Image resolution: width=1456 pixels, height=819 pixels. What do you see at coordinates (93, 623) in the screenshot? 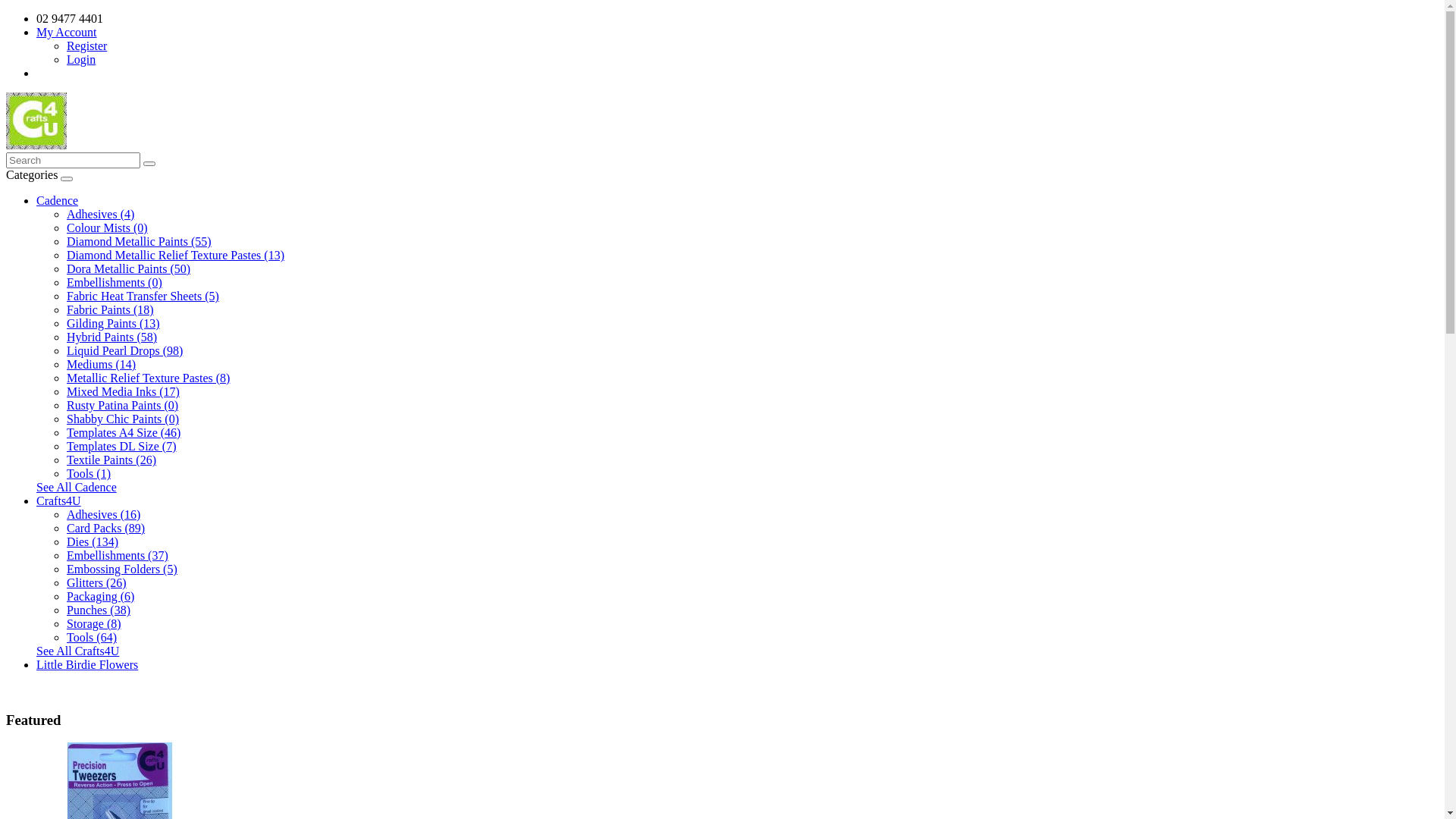
I see `'Storage (8)'` at bounding box center [93, 623].